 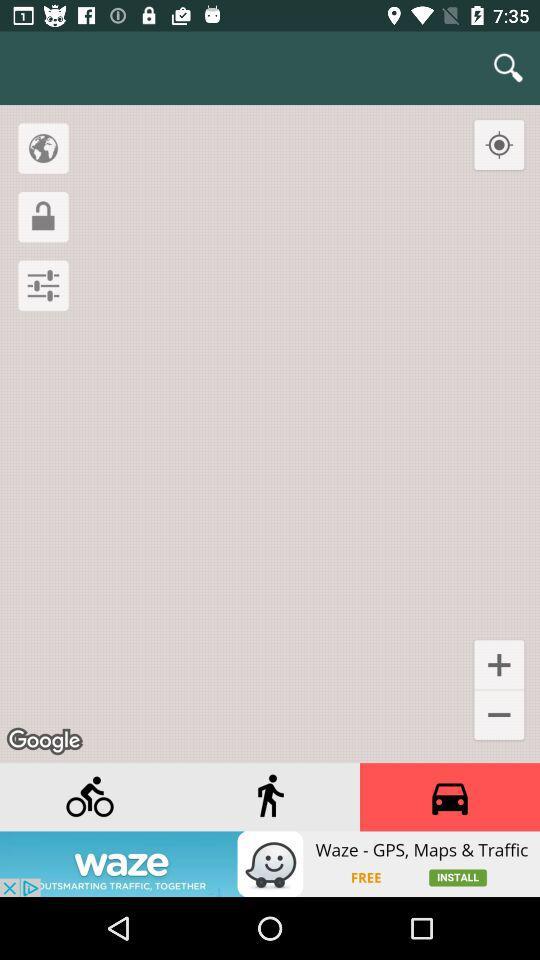 I want to click on the lock icon, so click(x=43, y=217).